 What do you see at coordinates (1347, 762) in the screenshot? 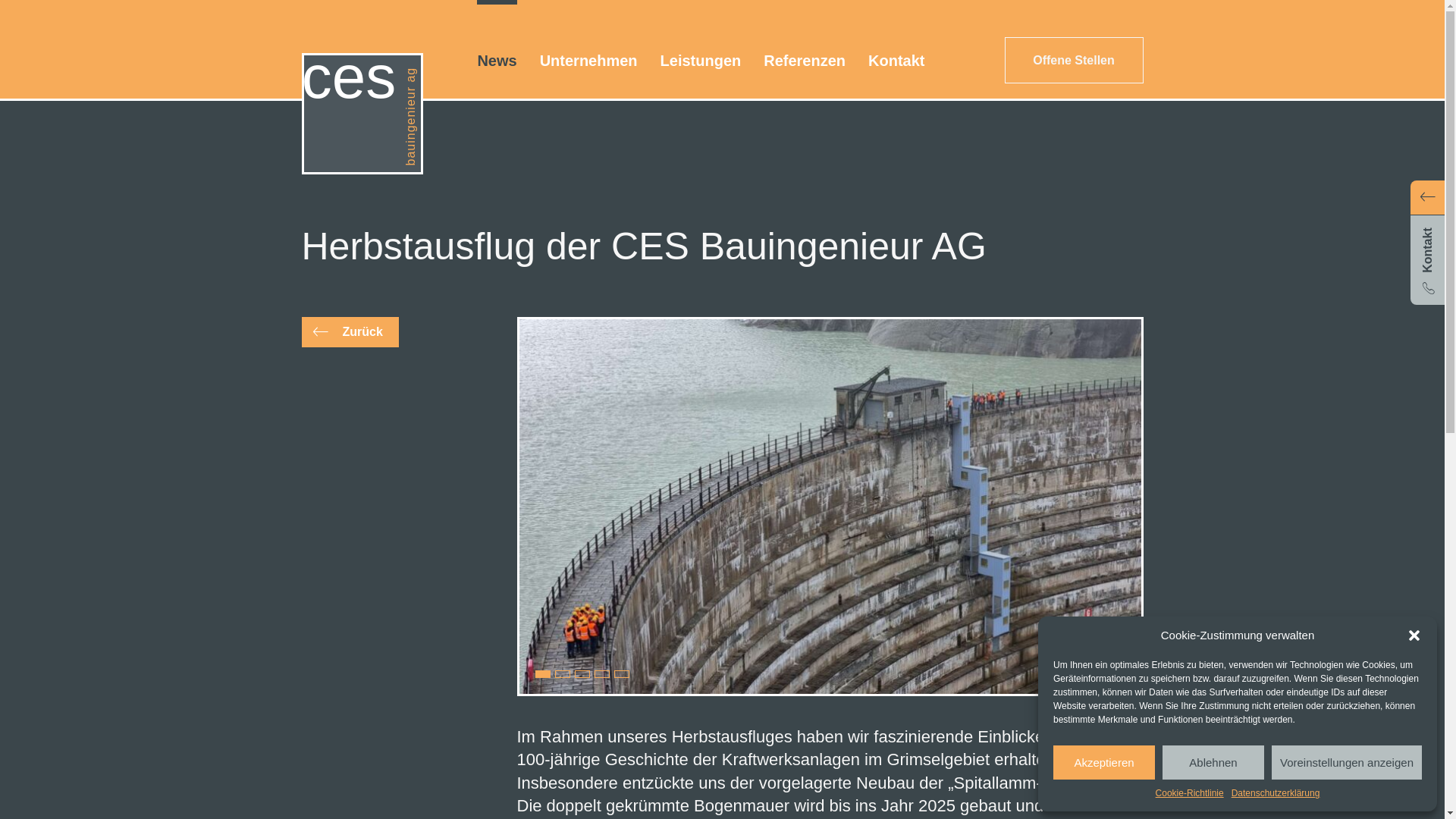
I see `'Voreinstellungen anzeigen'` at bounding box center [1347, 762].